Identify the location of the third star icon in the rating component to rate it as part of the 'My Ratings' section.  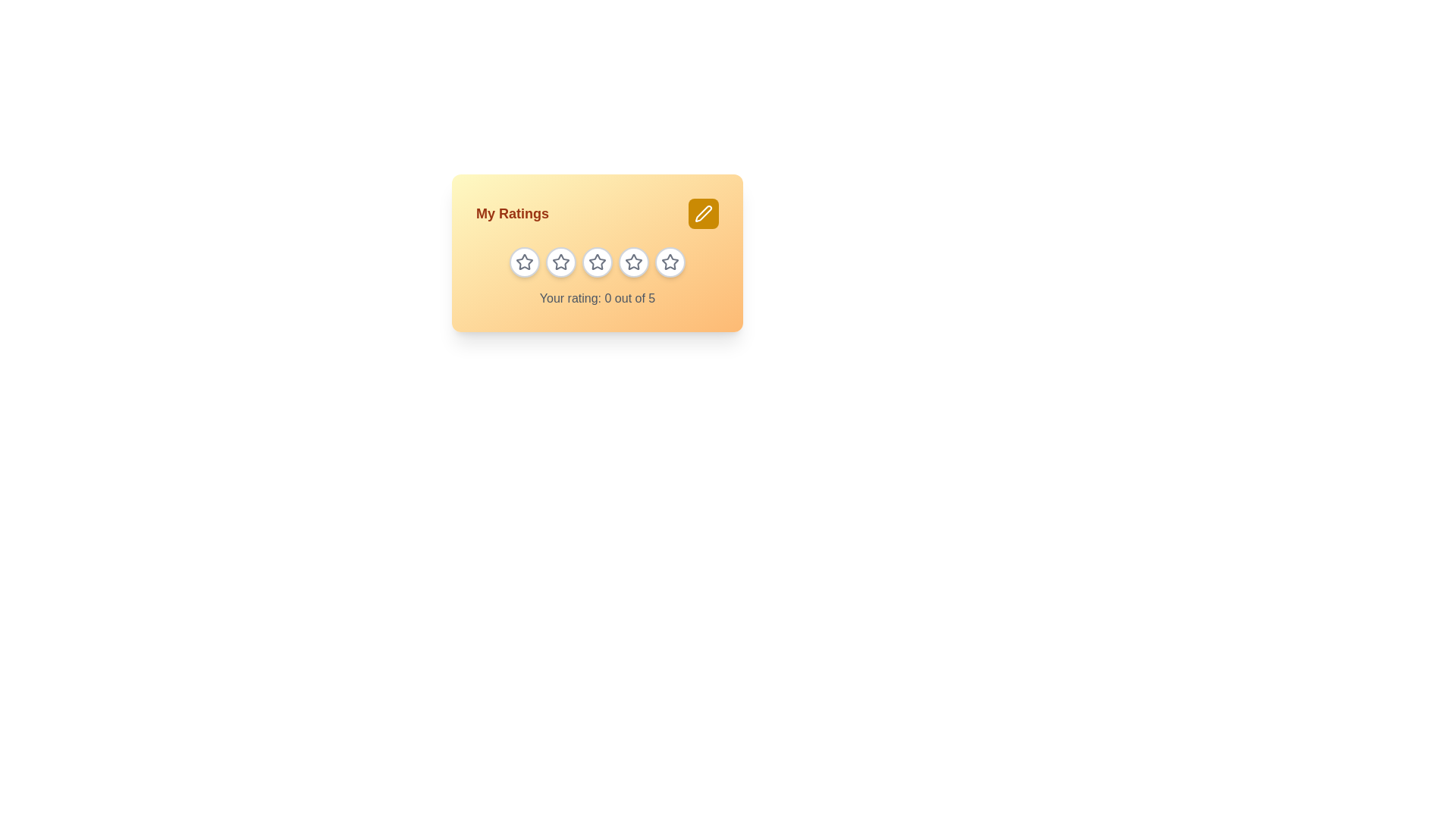
(596, 262).